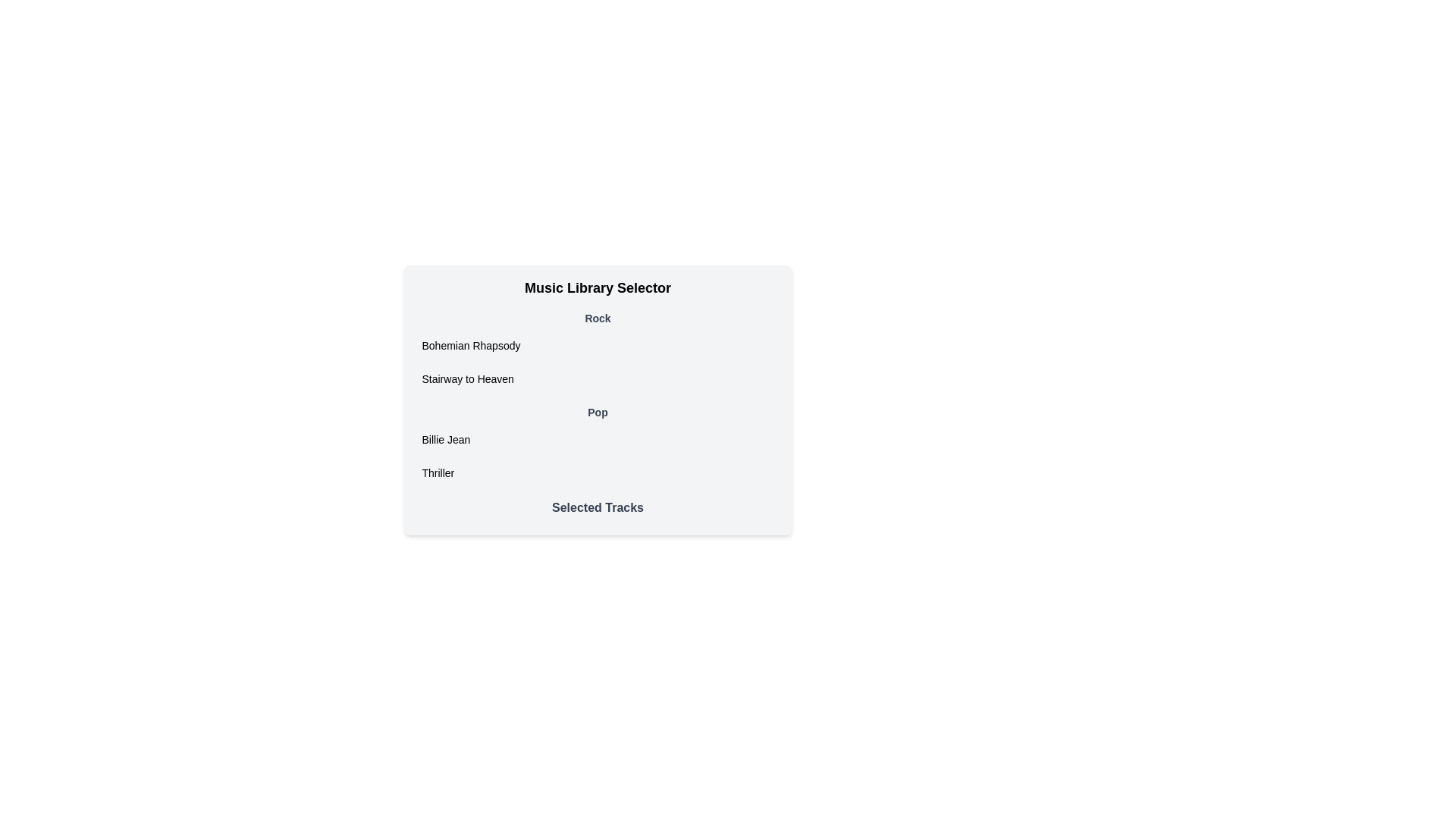 The height and width of the screenshot is (819, 1456). What do you see at coordinates (597, 412) in the screenshot?
I see `the bold-text label 'Pop' displayed in dark gray, which is positioned in the middle of a vertical list of genres and songs, immediately above 'Billie Jean' and 'Thriller'` at bounding box center [597, 412].